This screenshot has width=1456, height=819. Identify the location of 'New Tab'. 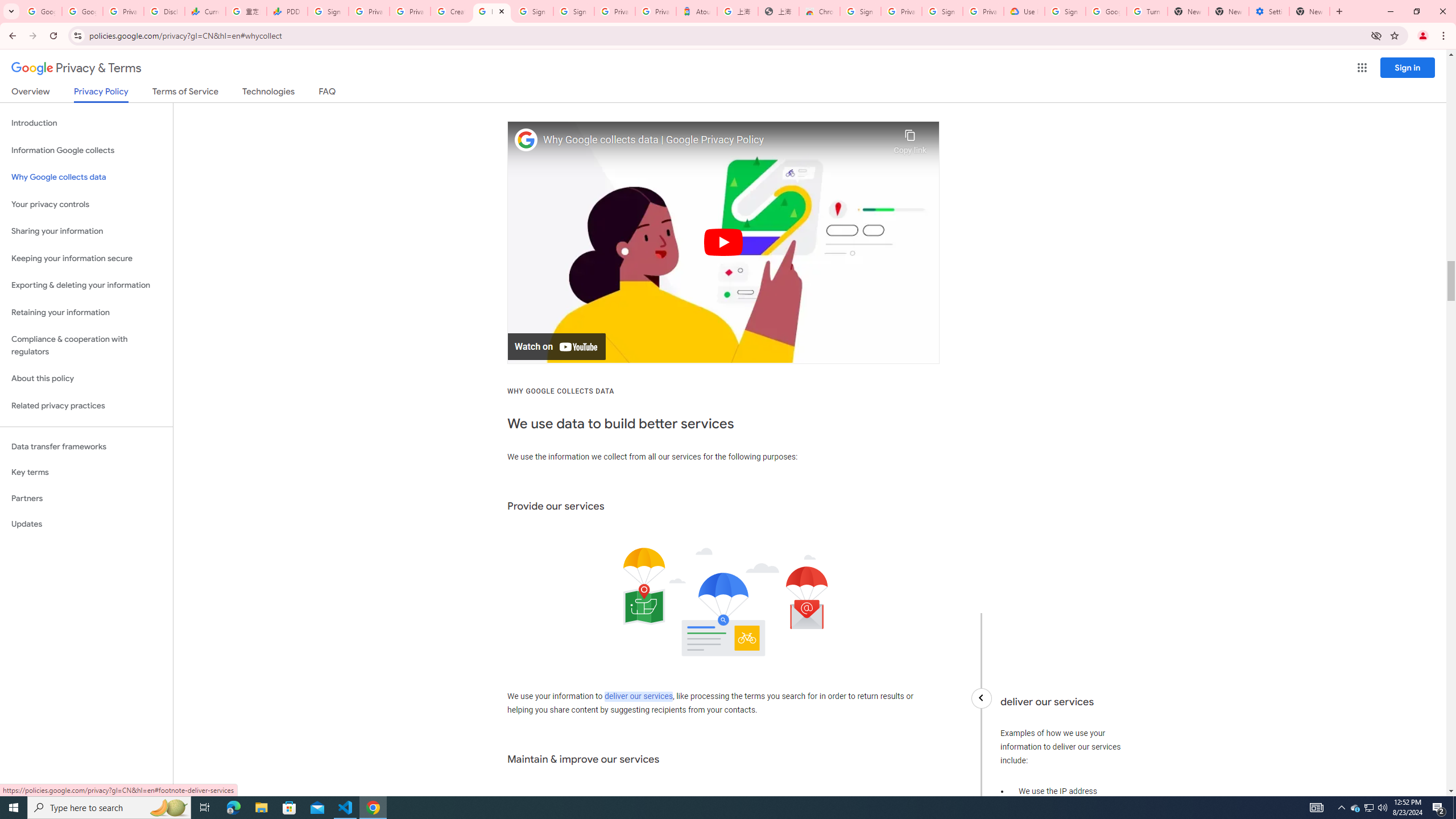
(1309, 11).